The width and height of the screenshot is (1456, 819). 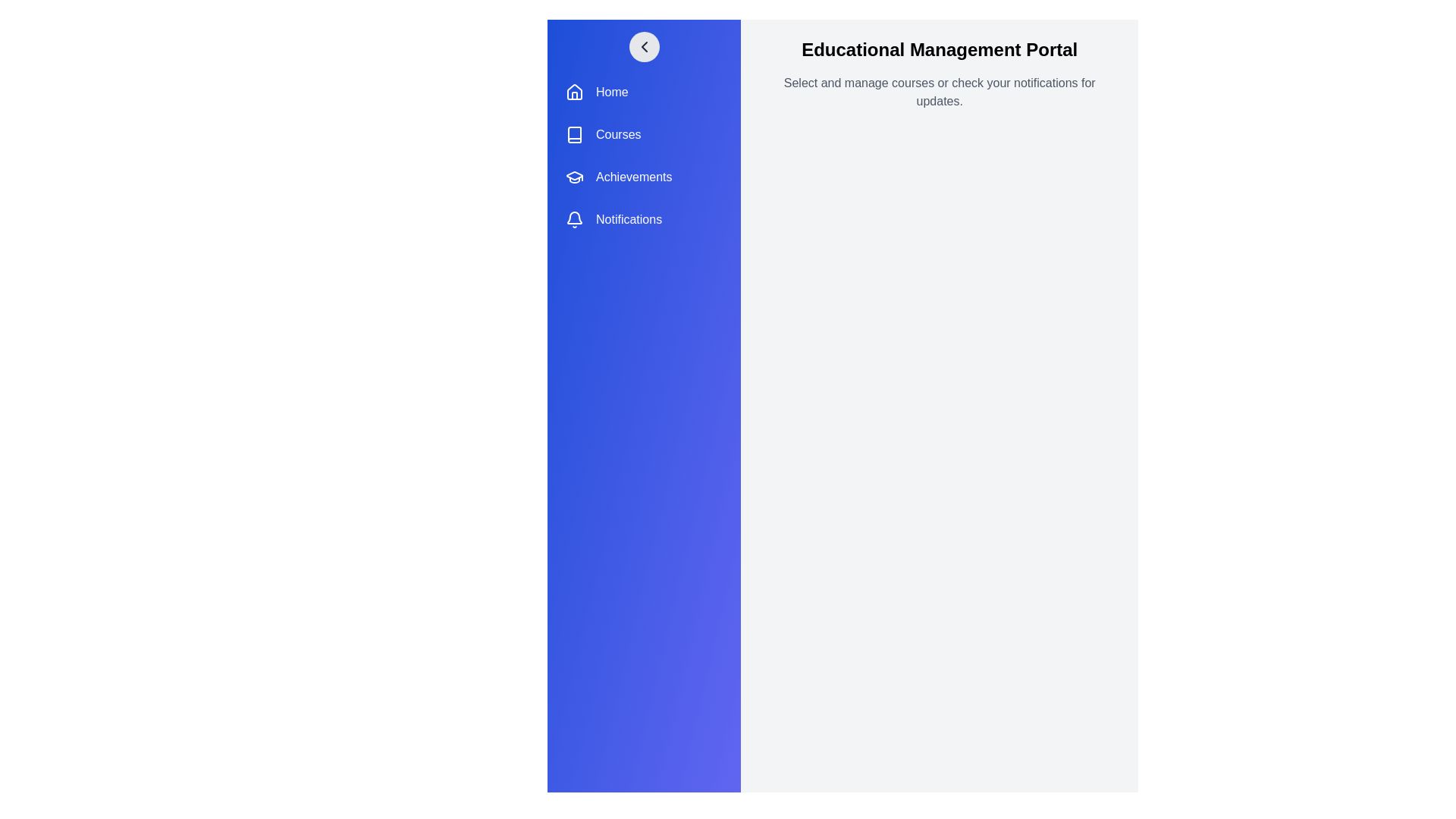 What do you see at coordinates (644, 93) in the screenshot?
I see `the menu item labeled Home` at bounding box center [644, 93].